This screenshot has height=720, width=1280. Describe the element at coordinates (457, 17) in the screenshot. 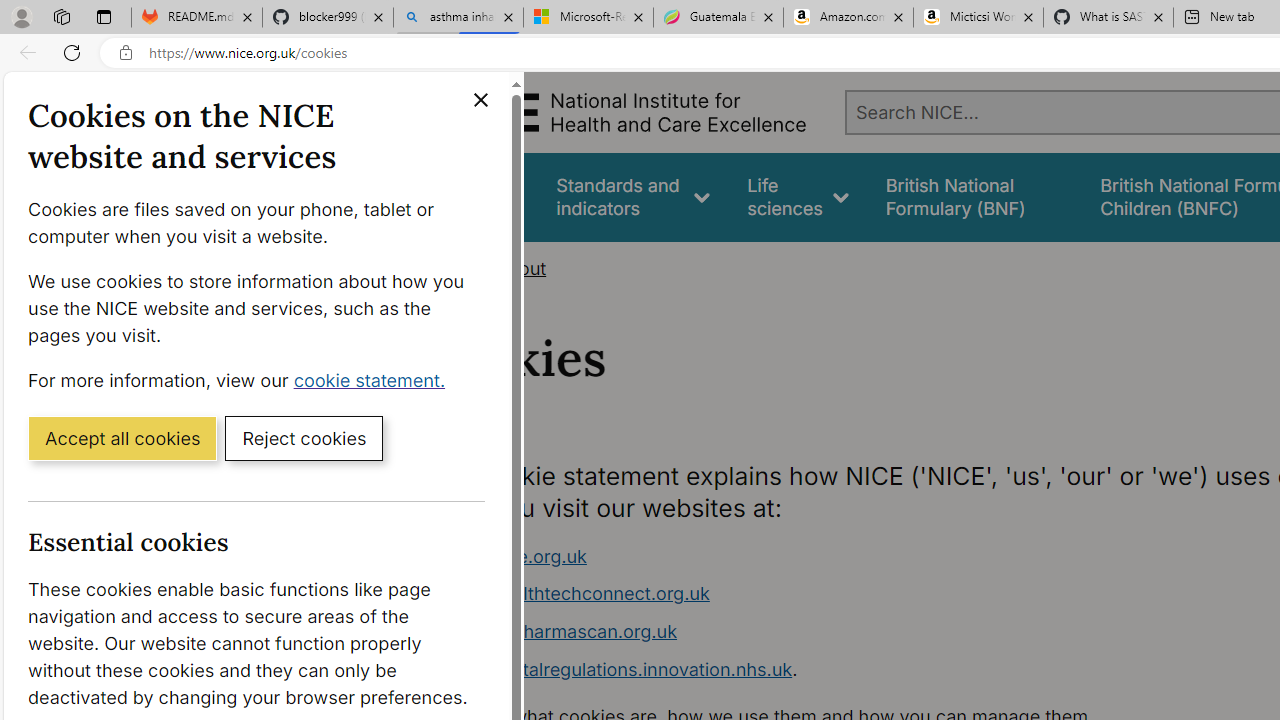

I see `'asthma inhaler - Search'` at that location.